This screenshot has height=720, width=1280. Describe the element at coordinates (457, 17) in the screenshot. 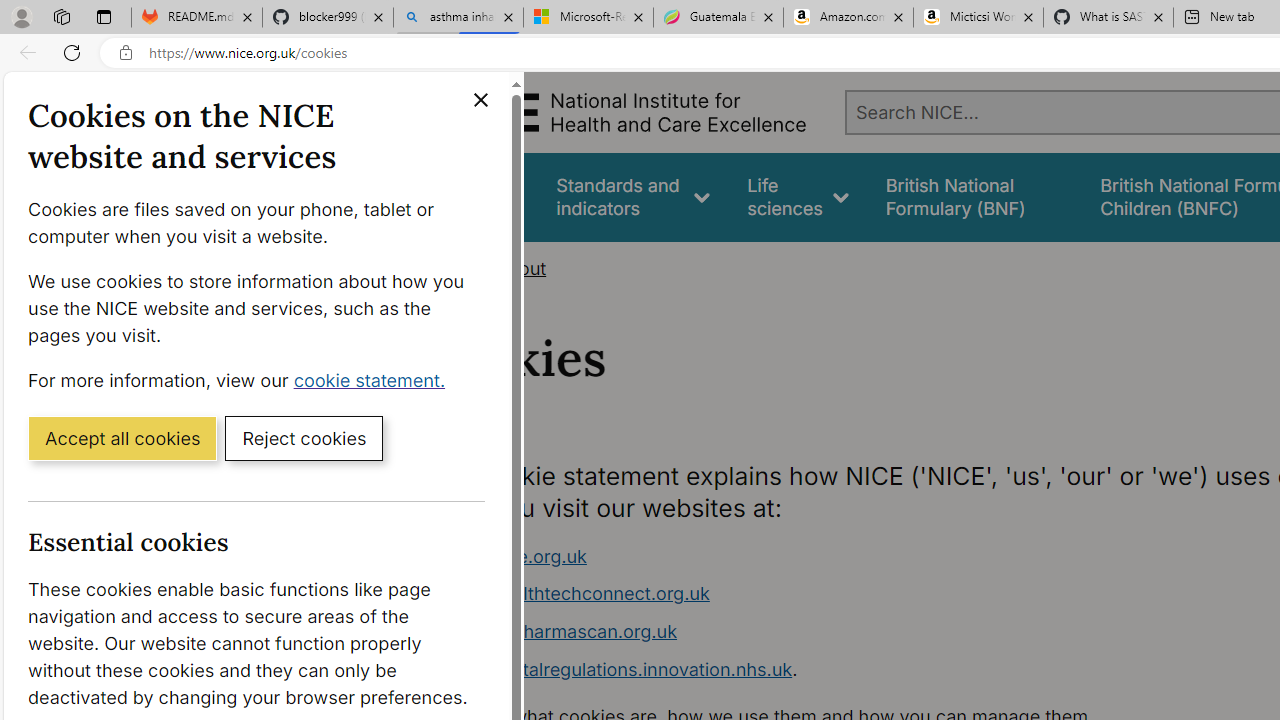

I see `'asthma inhaler - Search'` at that location.